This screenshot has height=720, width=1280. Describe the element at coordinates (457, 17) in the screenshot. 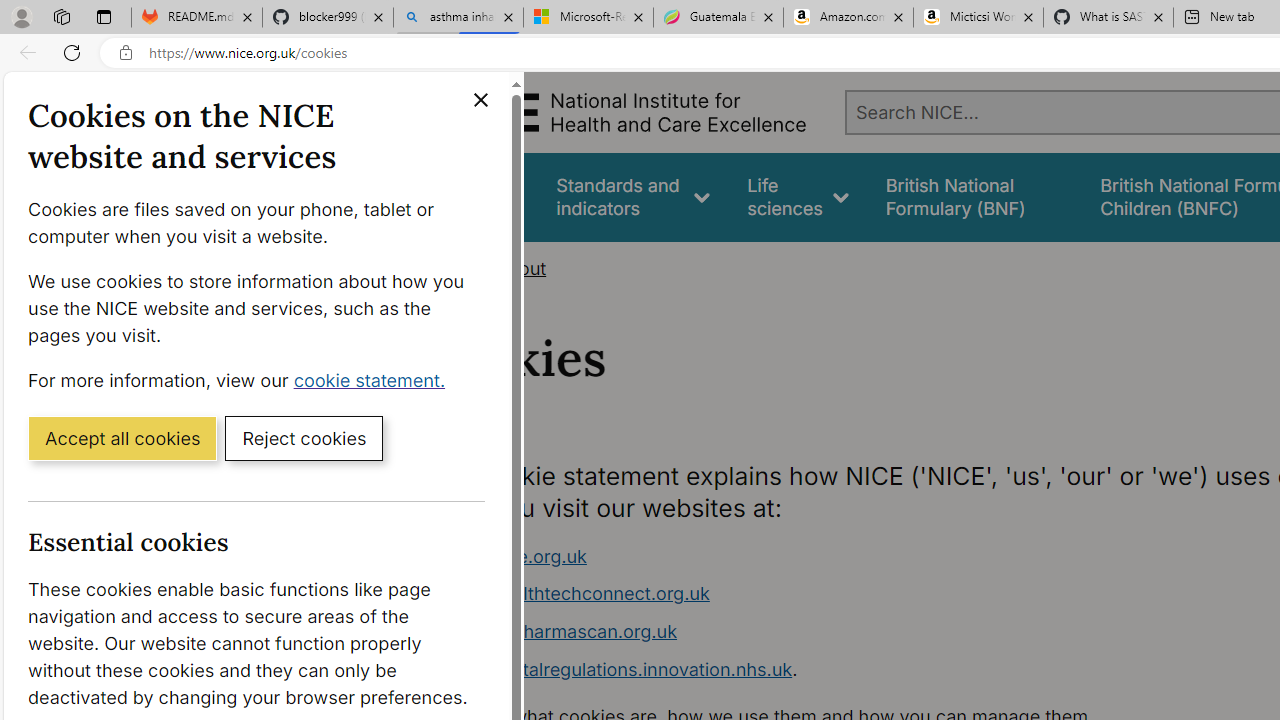

I see `'asthma inhaler - Search'` at that location.